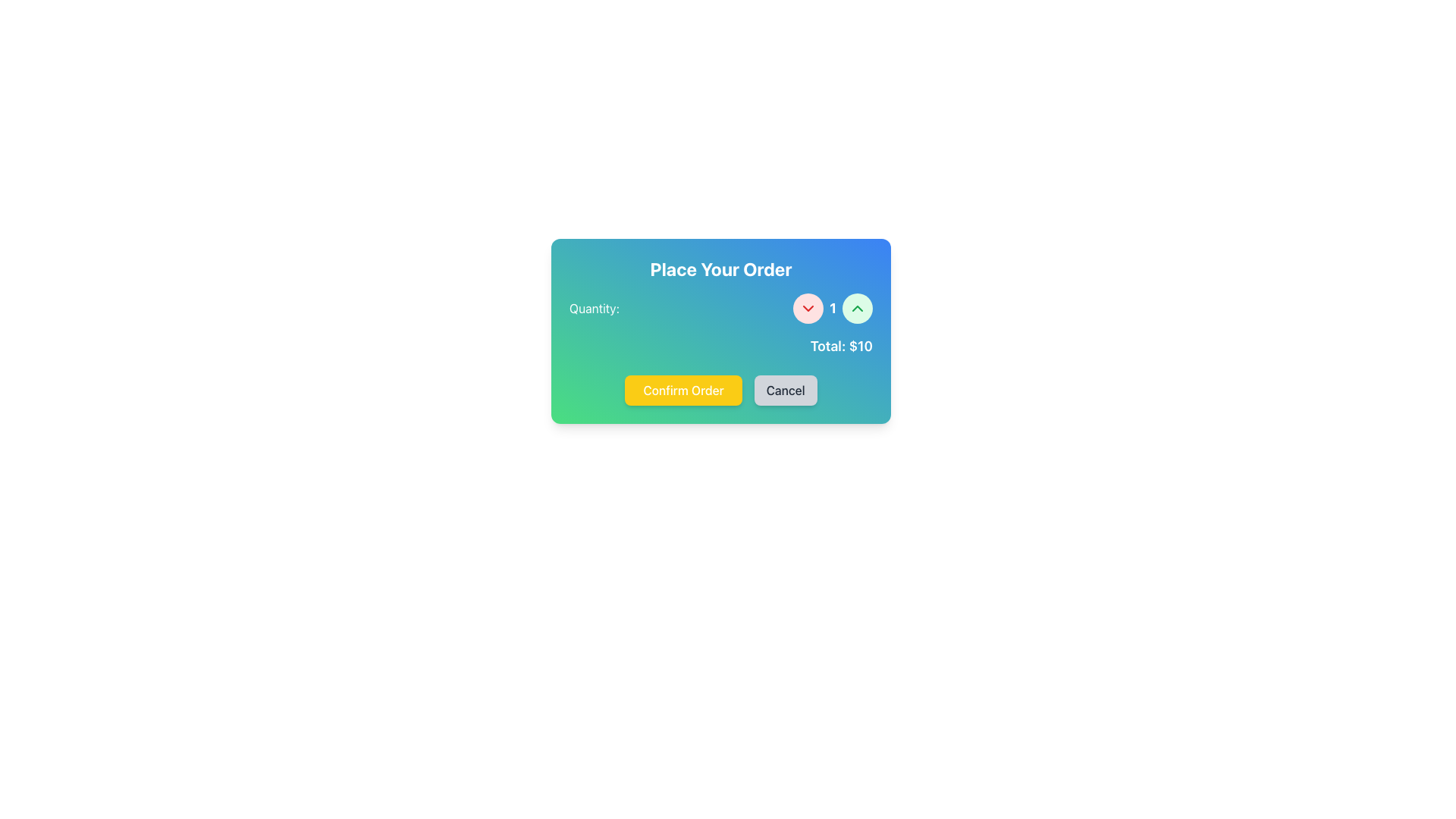  I want to click on the downward pointing red chevron icon located within a light red circular button to decrease the quantity, so click(808, 308).